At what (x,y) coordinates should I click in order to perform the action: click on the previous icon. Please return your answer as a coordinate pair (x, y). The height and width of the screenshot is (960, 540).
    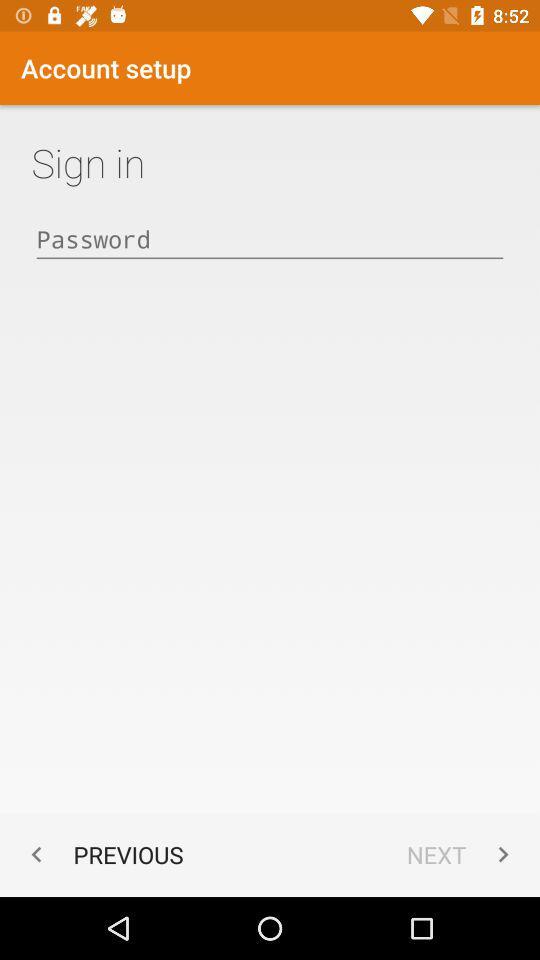
    Looking at the image, I should click on (102, 853).